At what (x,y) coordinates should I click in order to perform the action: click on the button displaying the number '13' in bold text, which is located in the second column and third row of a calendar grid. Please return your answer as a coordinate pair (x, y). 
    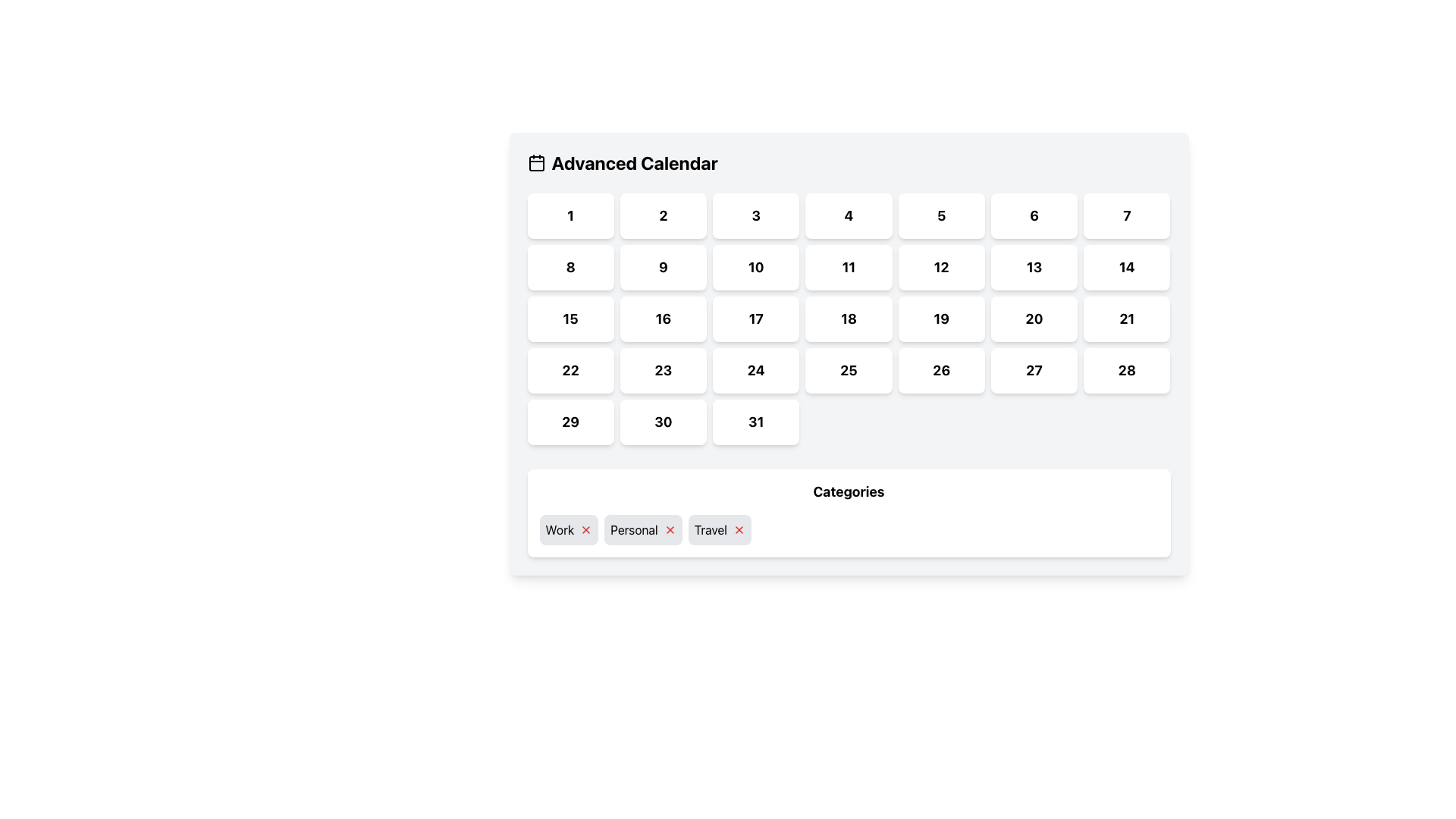
    Looking at the image, I should click on (1033, 267).